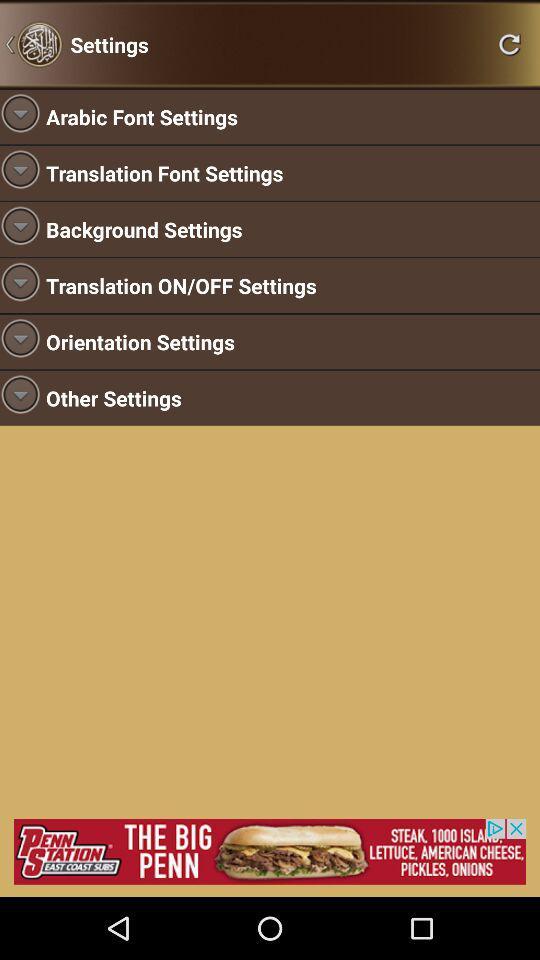 The height and width of the screenshot is (960, 540). Describe the element at coordinates (270, 850) in the screenshot. I see `advertisement` at that location.